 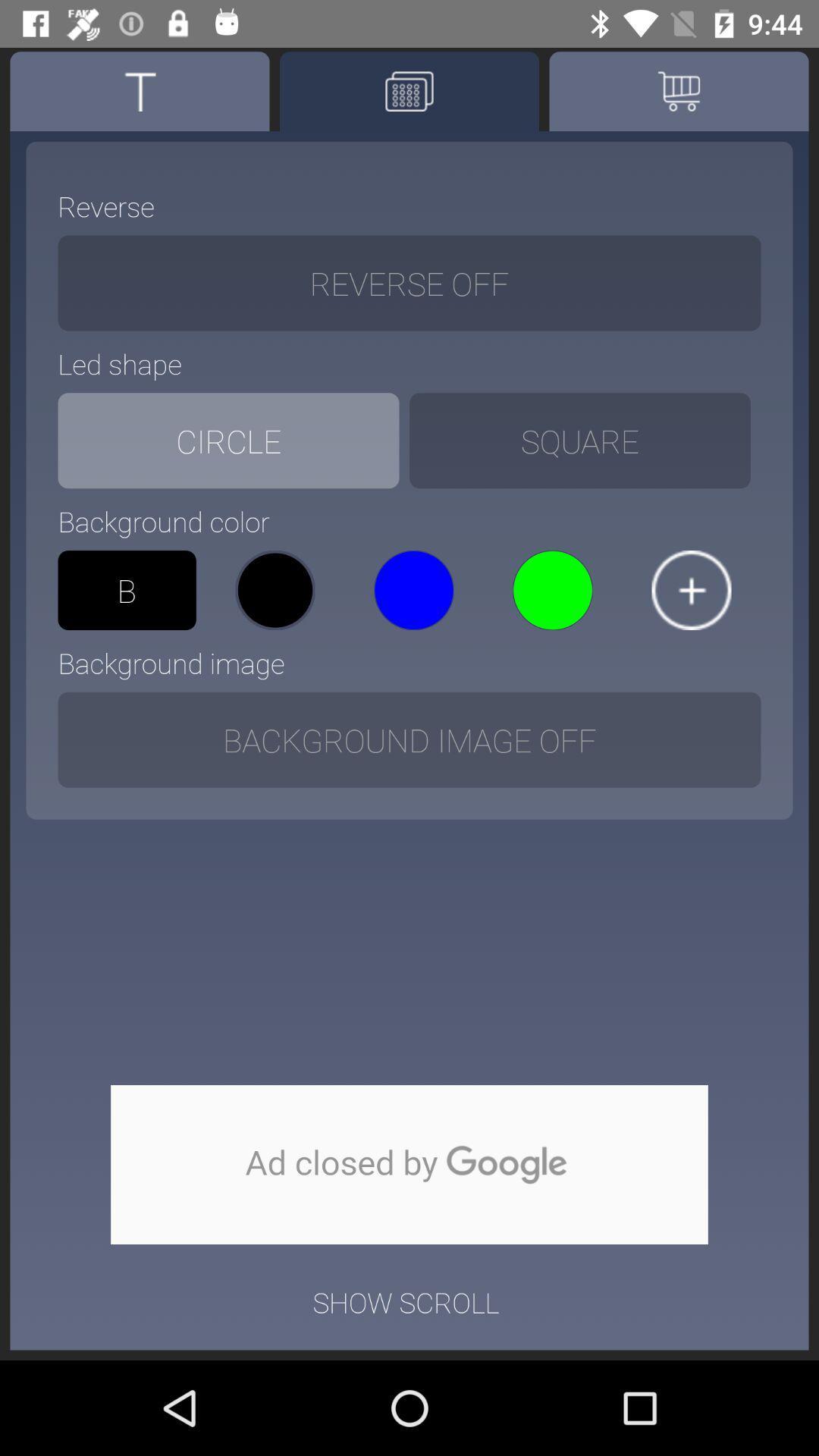 I want to click on led sign, so click(x=409, y=90).